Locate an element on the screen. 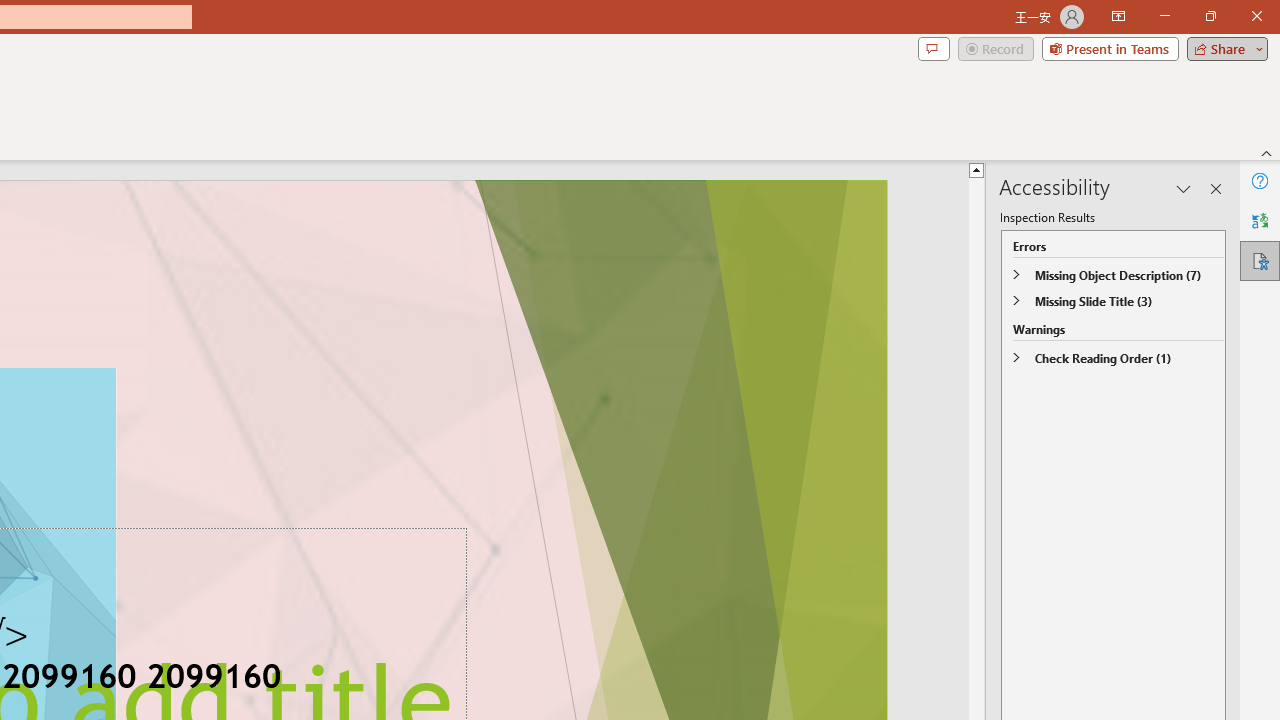 Image resolution: width=1280 pixels, height=720 pixels. 'Translator' is located at coordinates (1259, 221).